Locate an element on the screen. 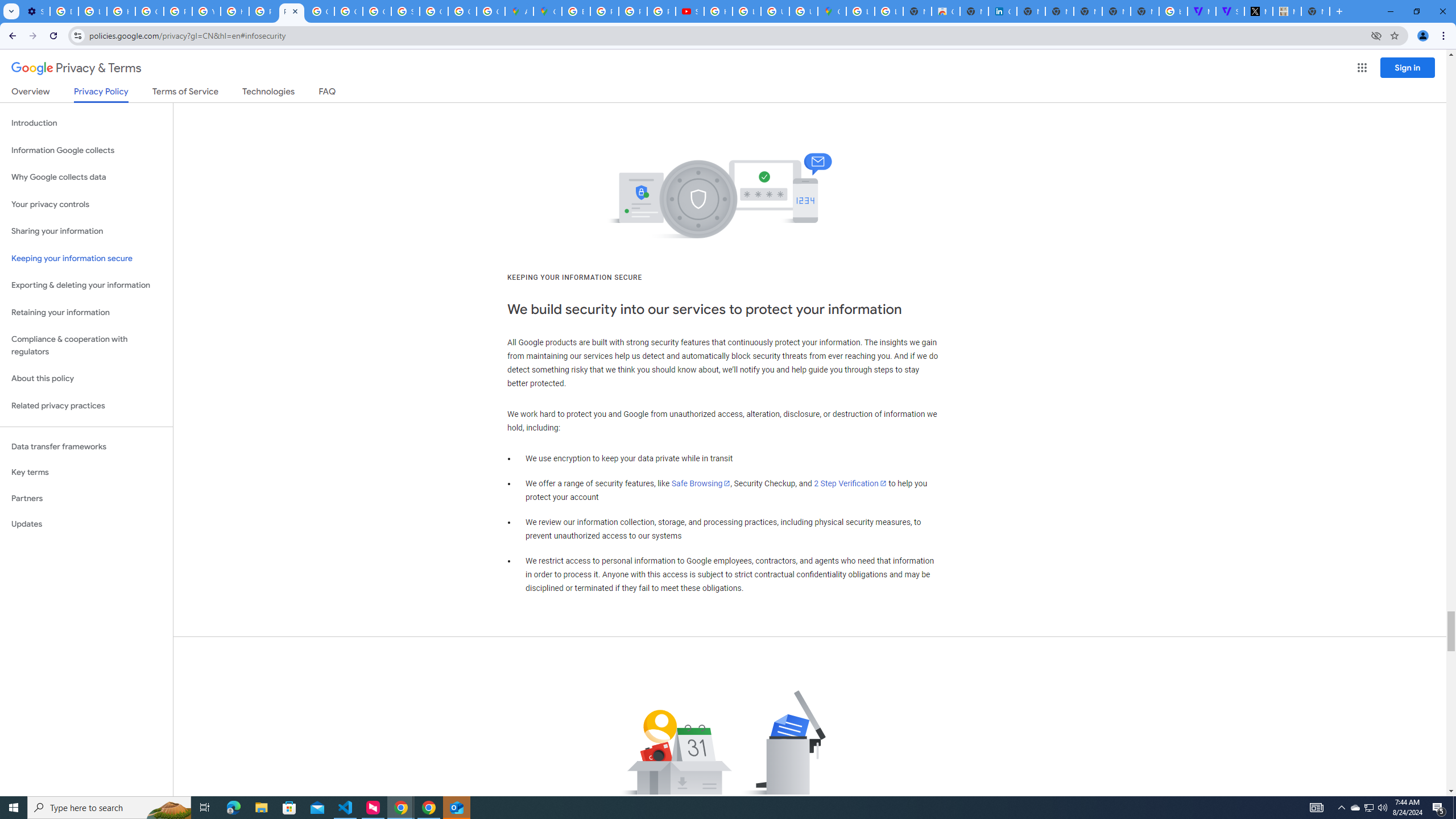 This screenshot has width=1456, height=819. 'Terms of Service' is located at coordinates (185, 93).